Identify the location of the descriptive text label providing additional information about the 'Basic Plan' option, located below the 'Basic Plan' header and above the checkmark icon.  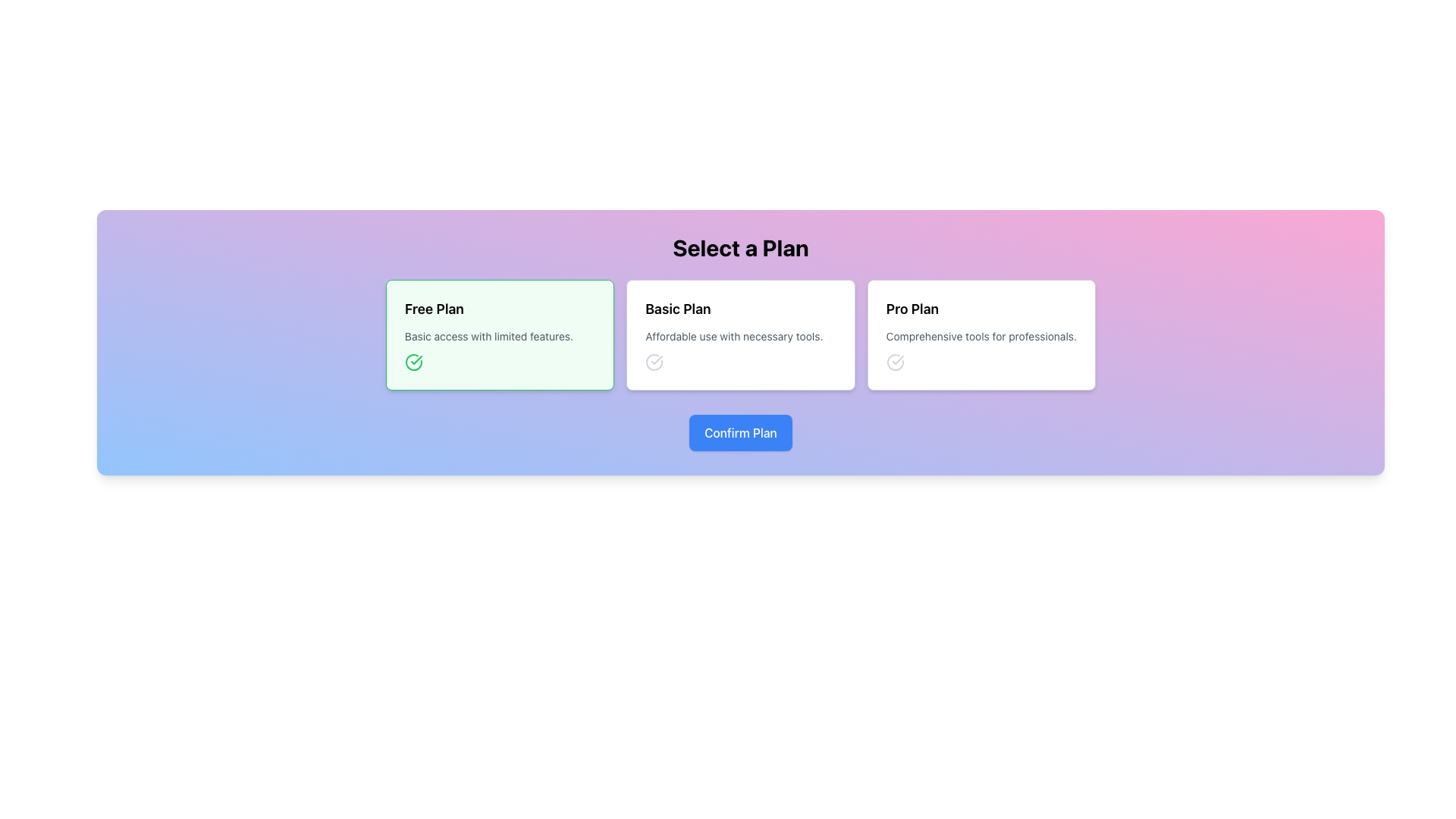
(734, 335).